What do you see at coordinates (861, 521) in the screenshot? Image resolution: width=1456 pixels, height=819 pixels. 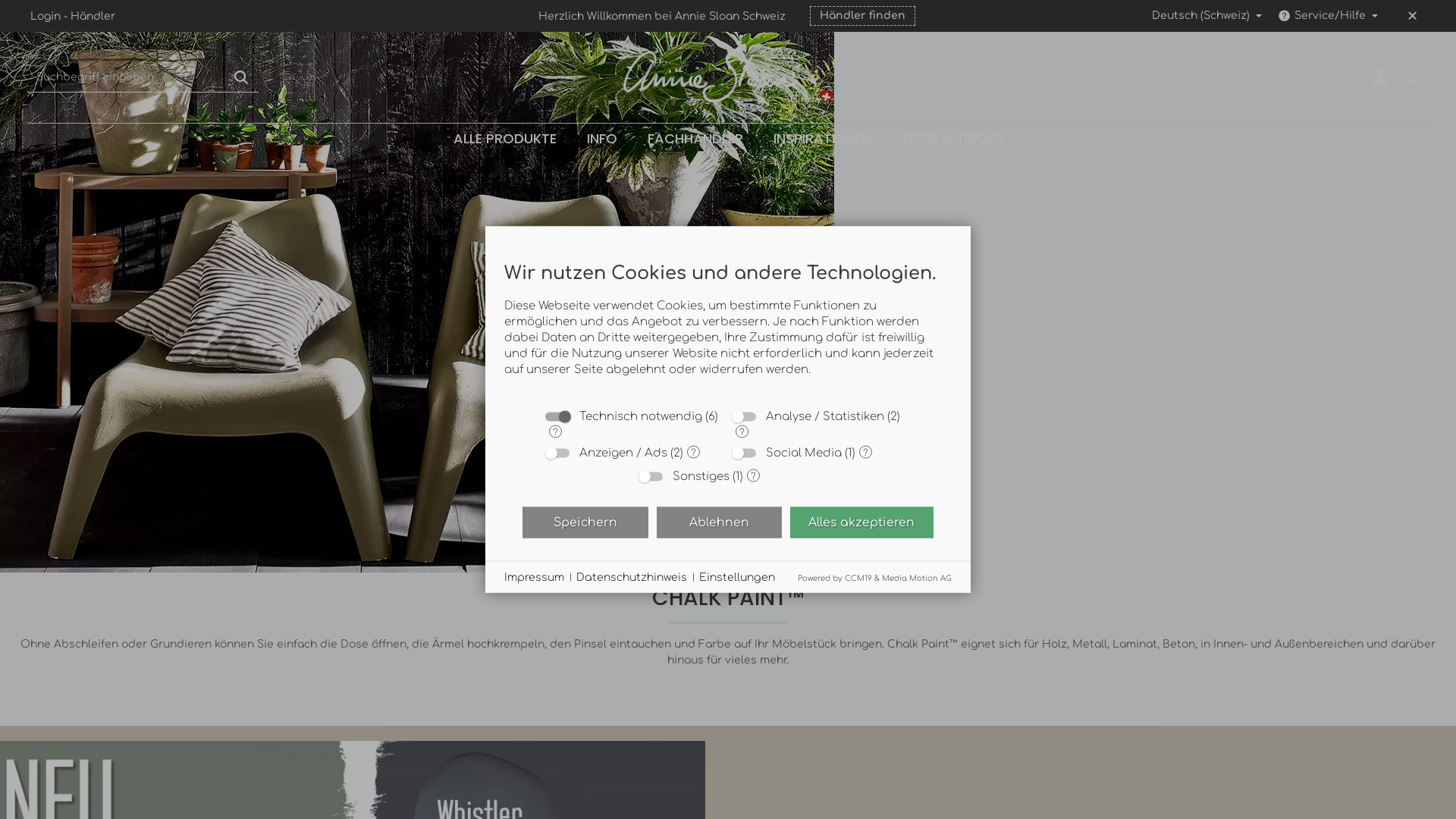 I see `'Alles akzeptieren'` at bounding box center [861, 521].